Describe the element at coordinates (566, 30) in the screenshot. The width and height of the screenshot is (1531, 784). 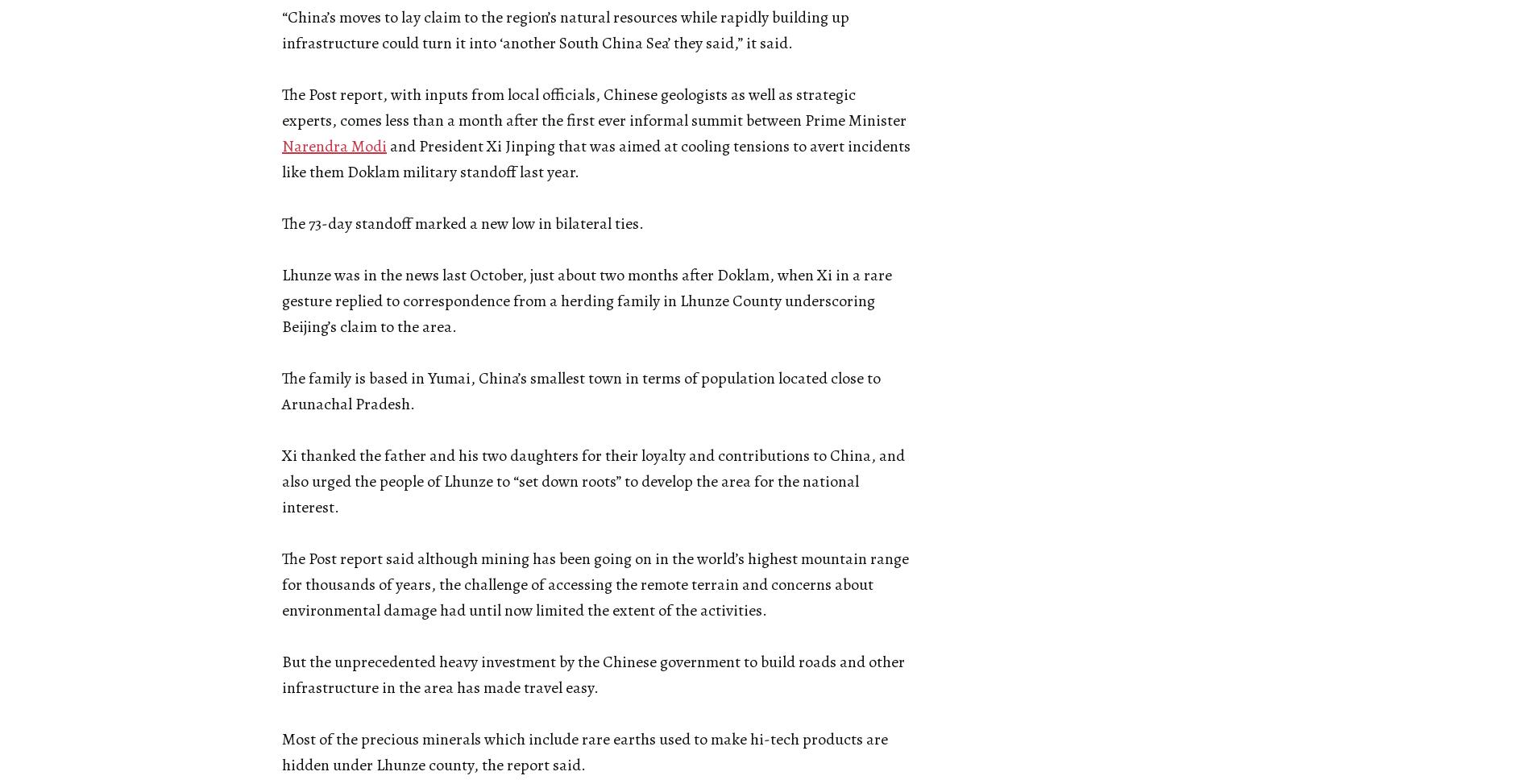
I see `'“China’s moves to lay claim to the region’s natural resources while rapidly building up infrastructure could turn it into ‘another South China Sea’ they said,” it said.'` at that location.